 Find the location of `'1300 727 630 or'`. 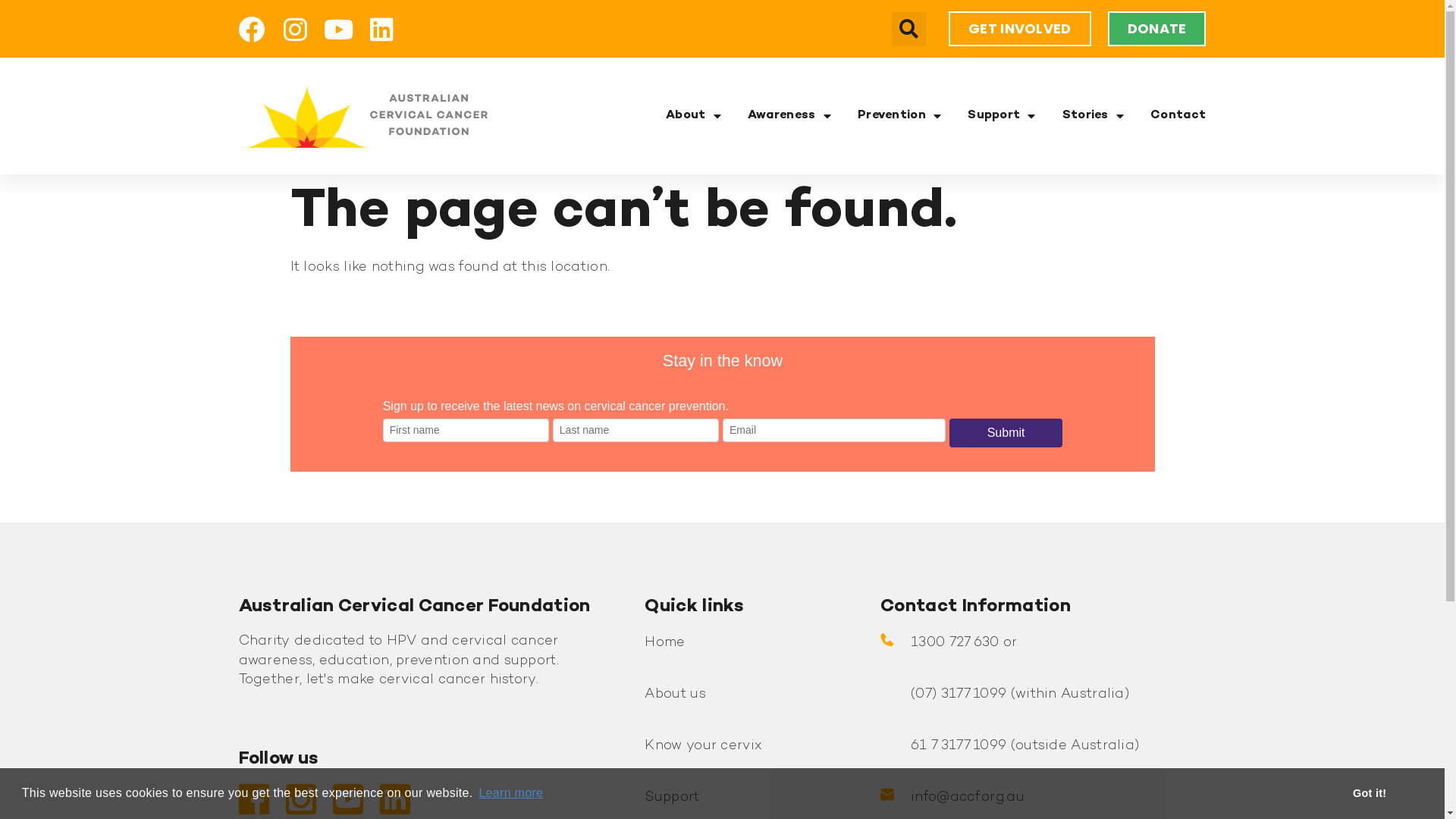

'1300 727 630 or' is located at coordinates (910, 642).